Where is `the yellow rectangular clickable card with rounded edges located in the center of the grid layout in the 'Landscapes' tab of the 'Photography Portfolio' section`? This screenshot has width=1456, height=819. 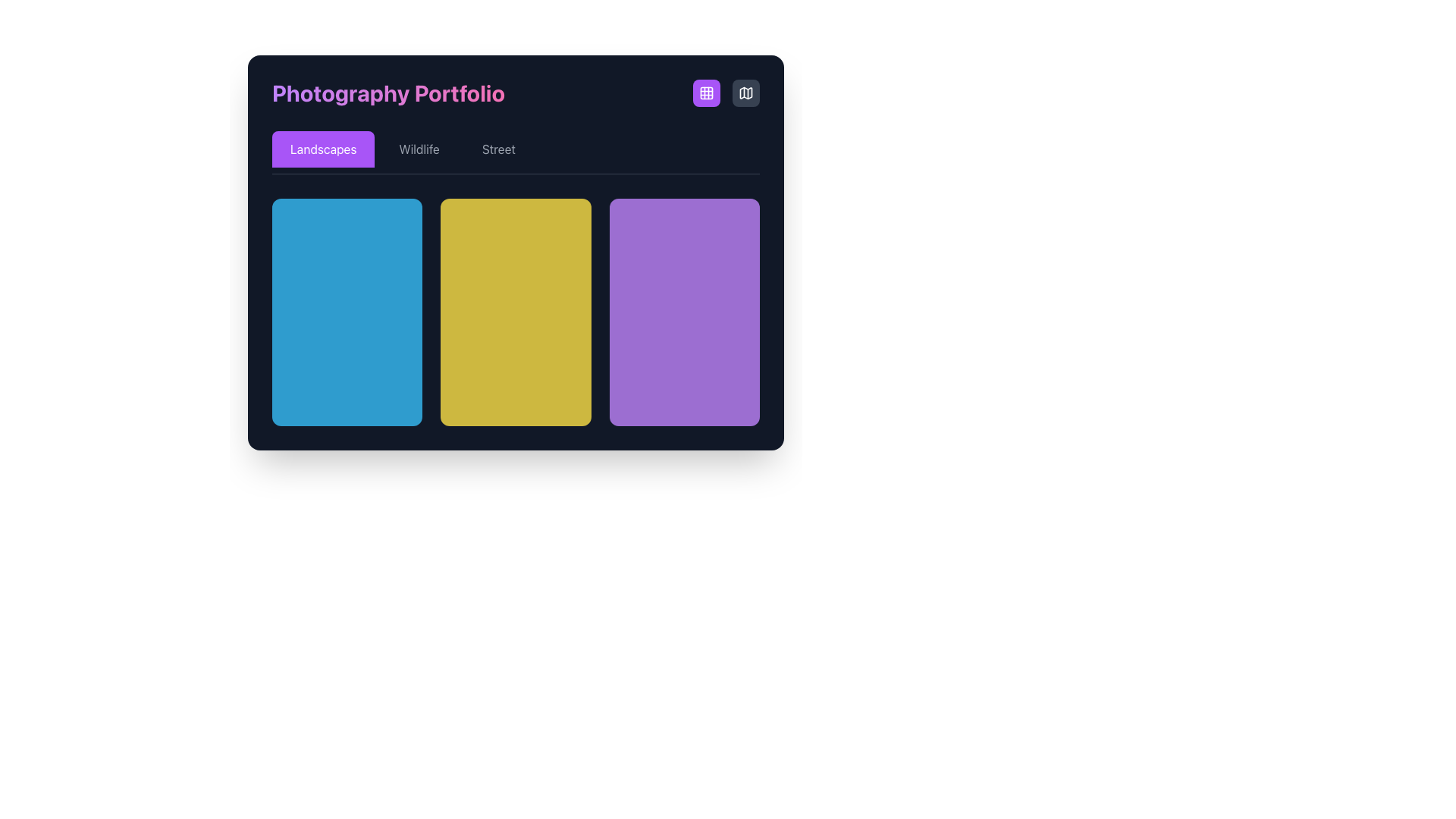 the yellow rectangular clickable card with rounded edges located in the center of the grid layout in the 'Landscapes' tab of the 'Photography Portfolio' section is located at coordinates (516, 252).